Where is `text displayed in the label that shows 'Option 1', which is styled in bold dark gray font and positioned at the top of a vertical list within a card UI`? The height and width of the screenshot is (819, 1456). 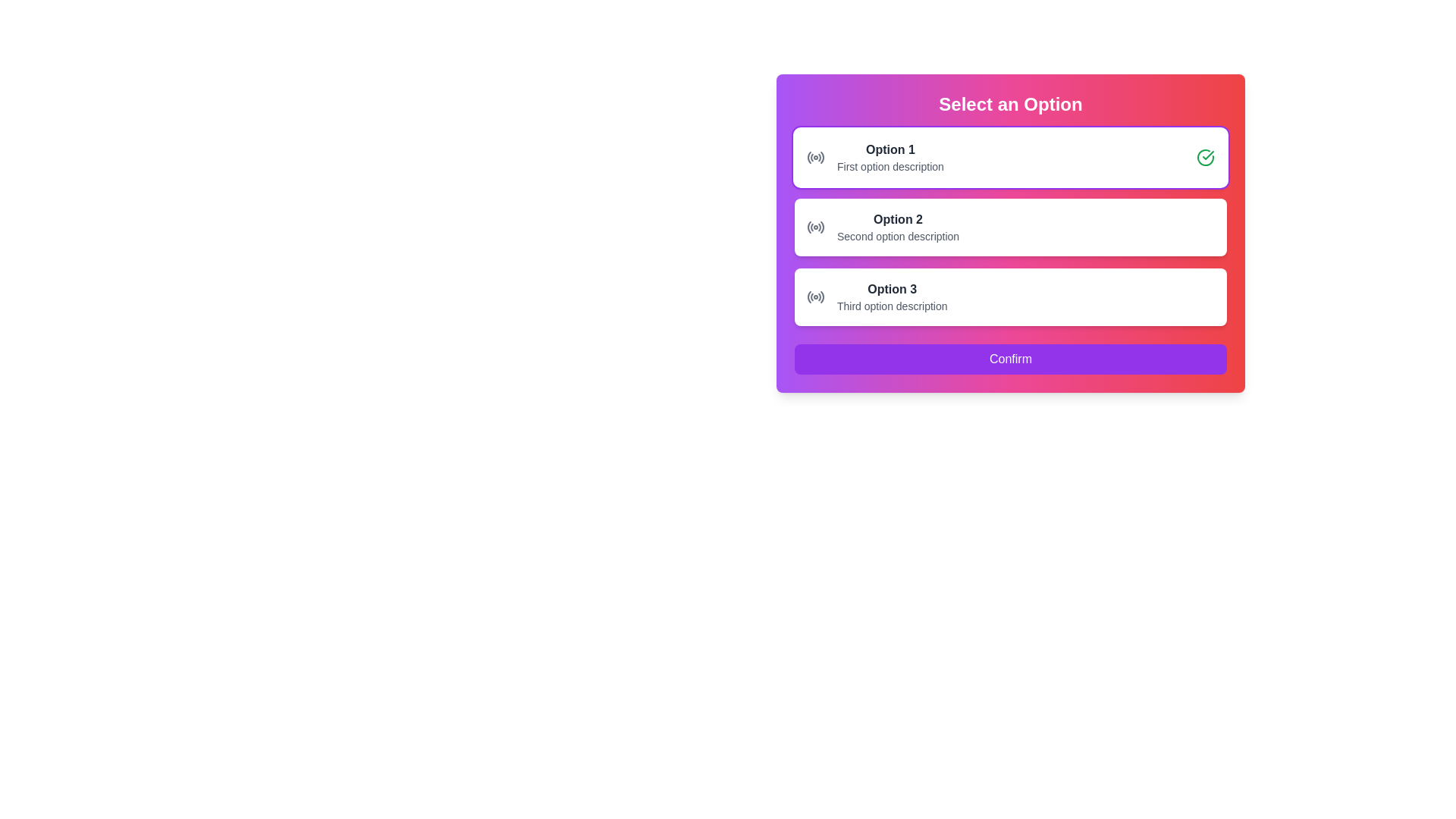 text displayed in the label that shows 'Option 1', which is styled in bold dark gray font and positioned at the top of a vertical list within a card UI is located at coordinates (890, 149).